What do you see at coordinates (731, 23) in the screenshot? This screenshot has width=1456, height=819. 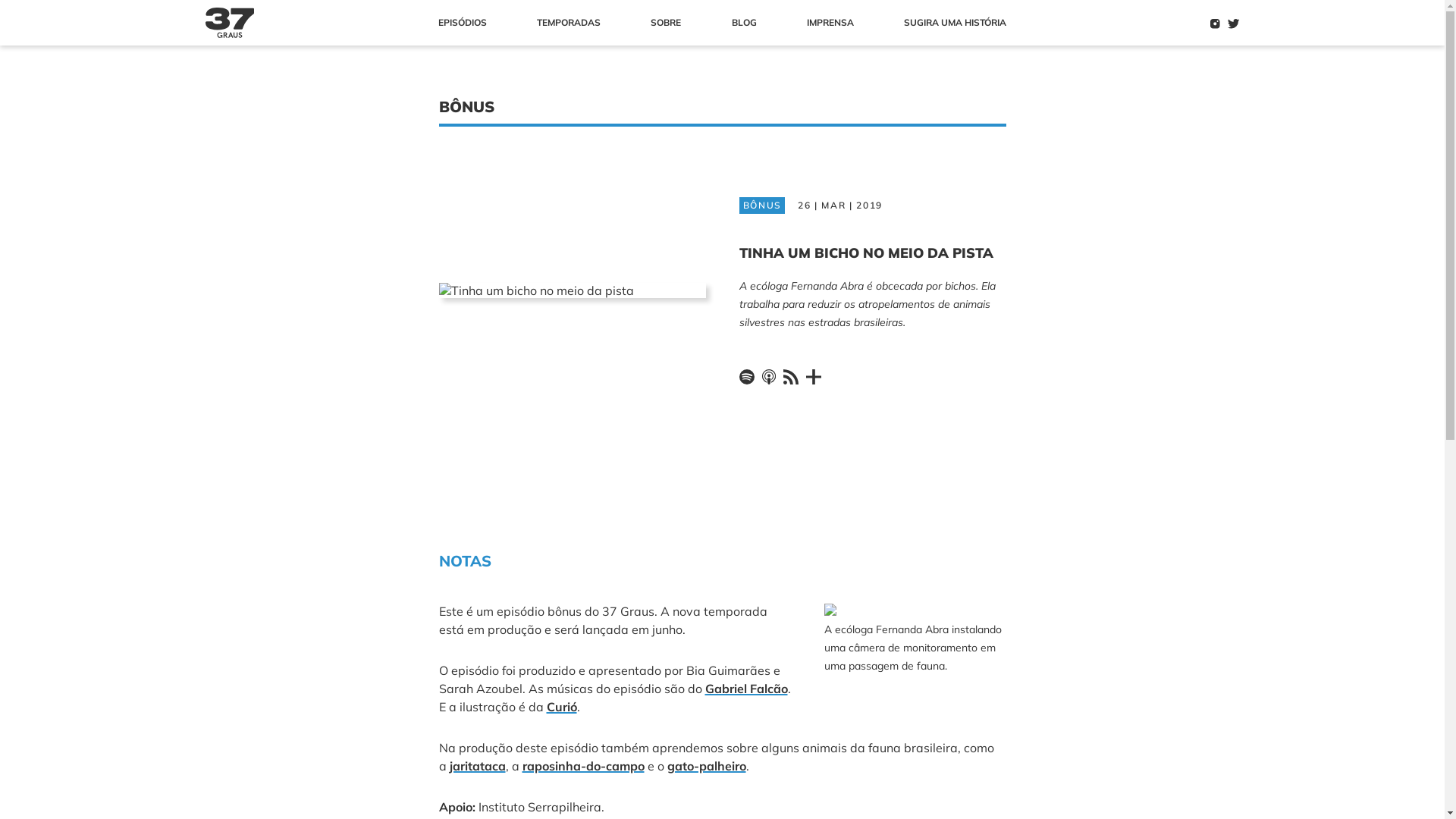 I see `'BLOG'` at bounding box center [731, 23].